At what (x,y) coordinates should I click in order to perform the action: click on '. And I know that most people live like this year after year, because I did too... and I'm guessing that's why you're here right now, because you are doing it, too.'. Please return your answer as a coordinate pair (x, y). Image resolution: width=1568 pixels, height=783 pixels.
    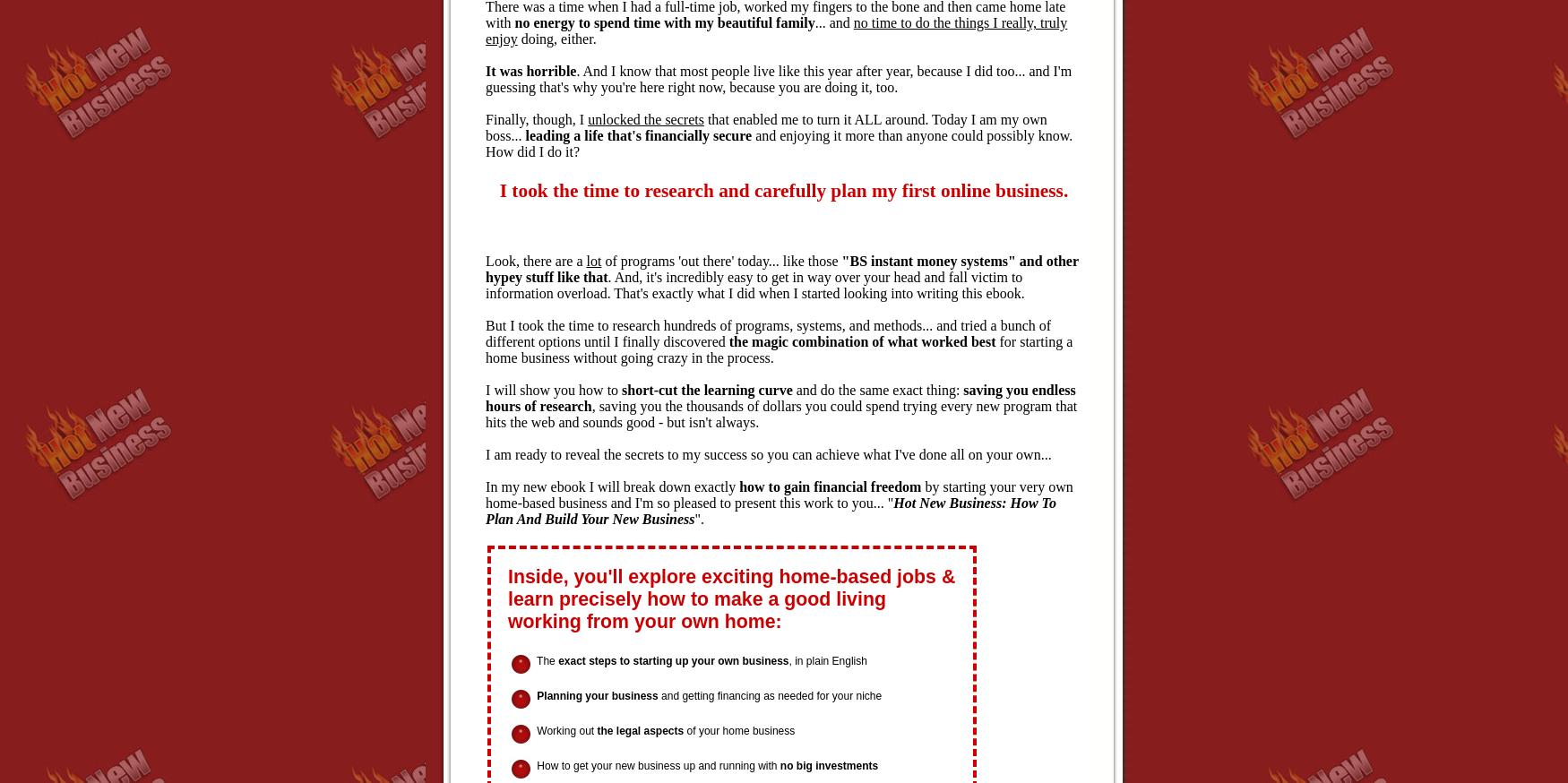
    Looking at the image, I should click on (779, 79).